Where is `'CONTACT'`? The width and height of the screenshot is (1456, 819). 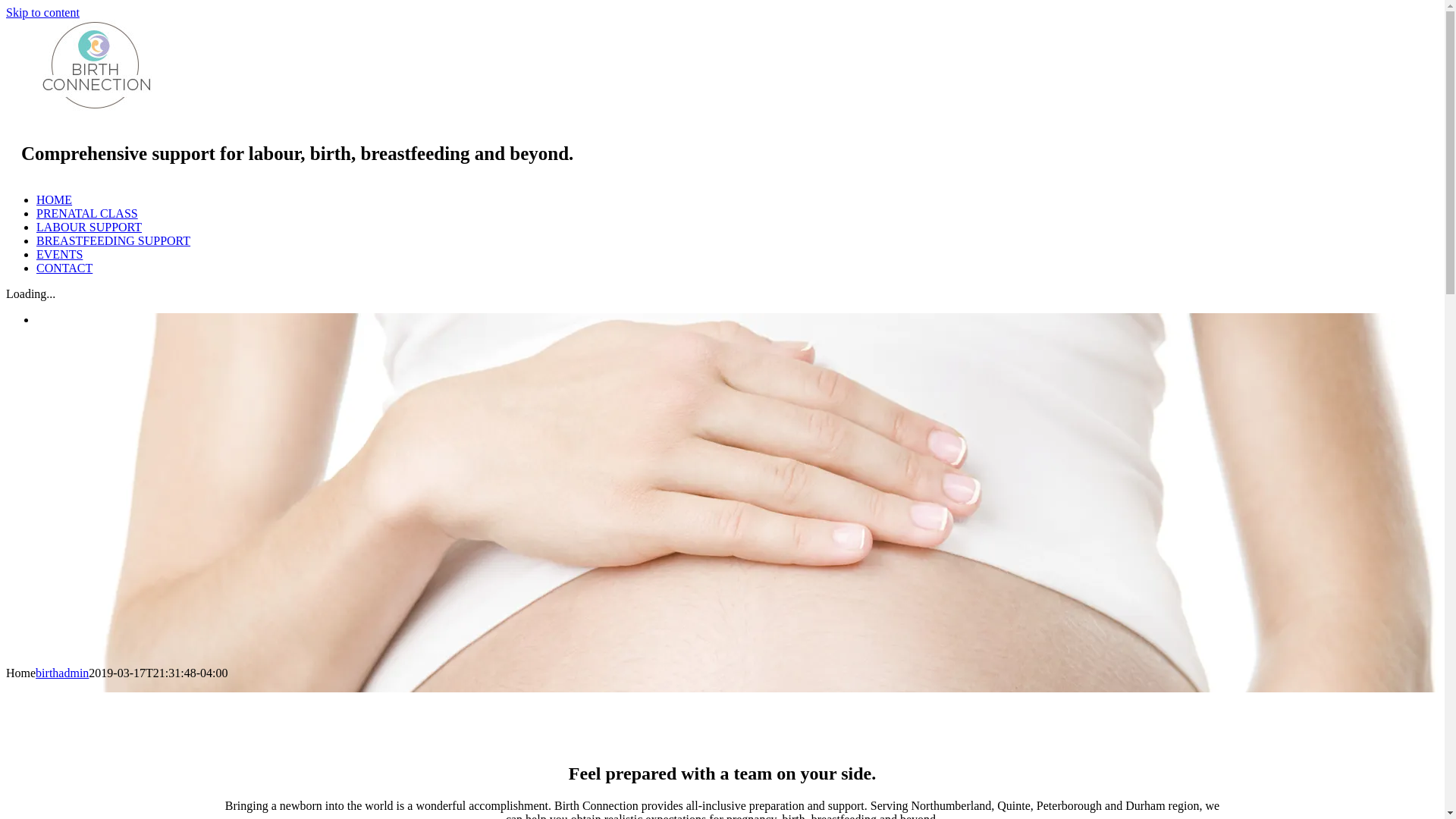
'CONTACT' is located at coordinates (64, 267).